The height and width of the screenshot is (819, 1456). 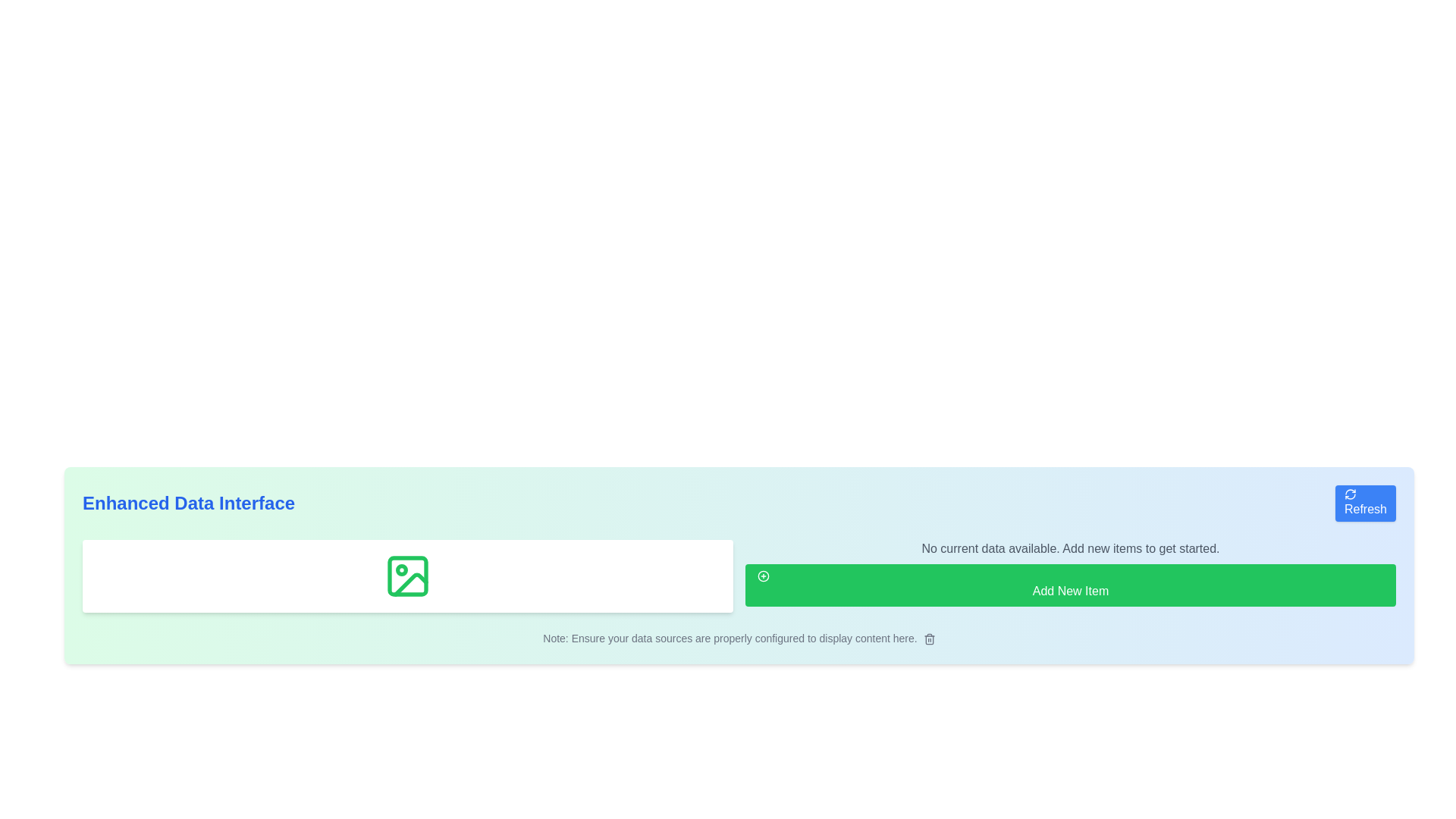 What do you see at coordinates (1350, 494) in the screenshot?
I see `the compact circular refresh icon, which is part of the blue 'Refresh' button located at the top-right corner of the interface` at bounding box center [1350, 494].